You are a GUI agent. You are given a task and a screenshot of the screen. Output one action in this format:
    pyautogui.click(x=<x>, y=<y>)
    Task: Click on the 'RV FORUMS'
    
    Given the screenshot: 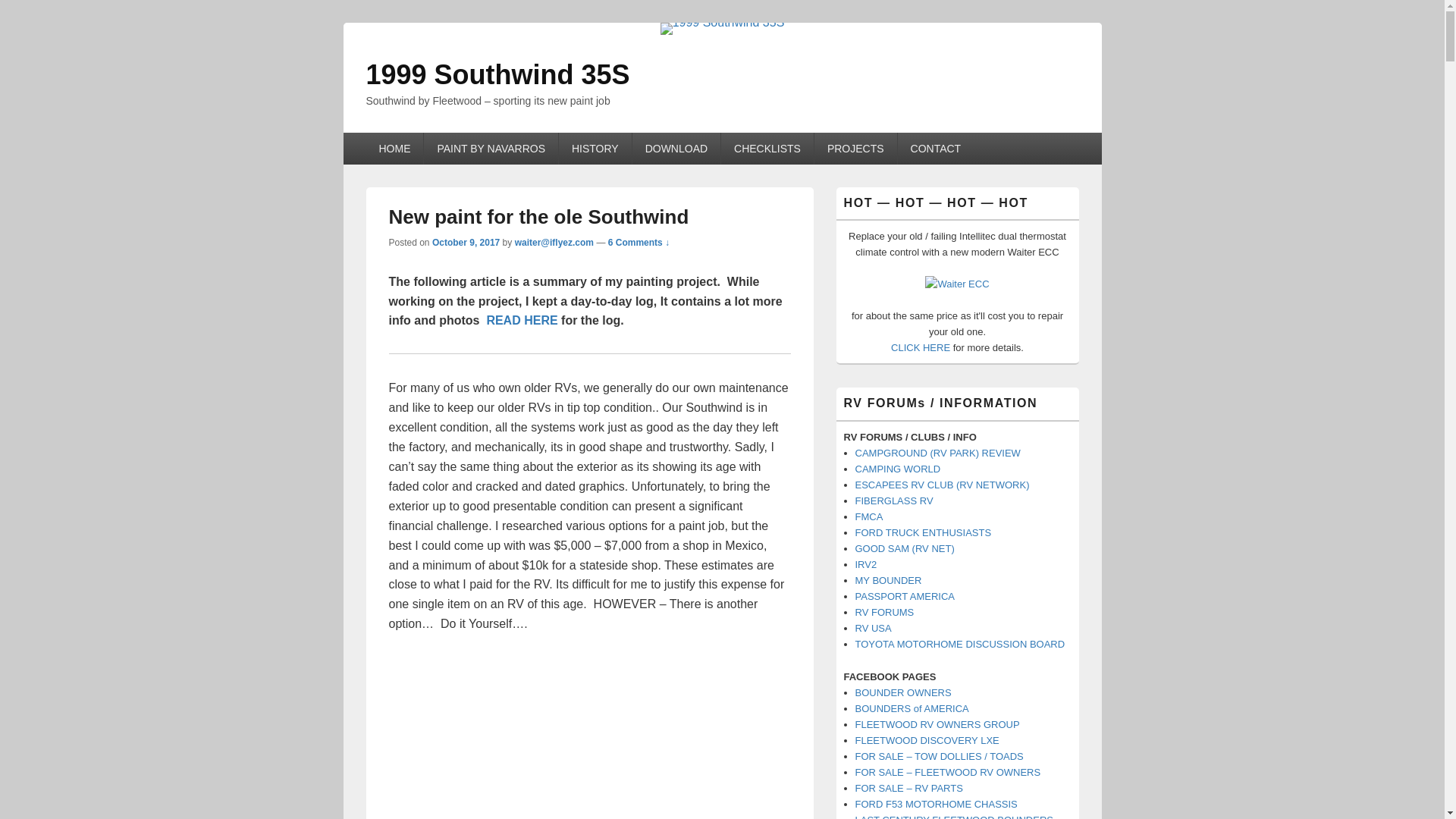 What is the action you would take?
    pyautogui.click(x=884, y=611)
    